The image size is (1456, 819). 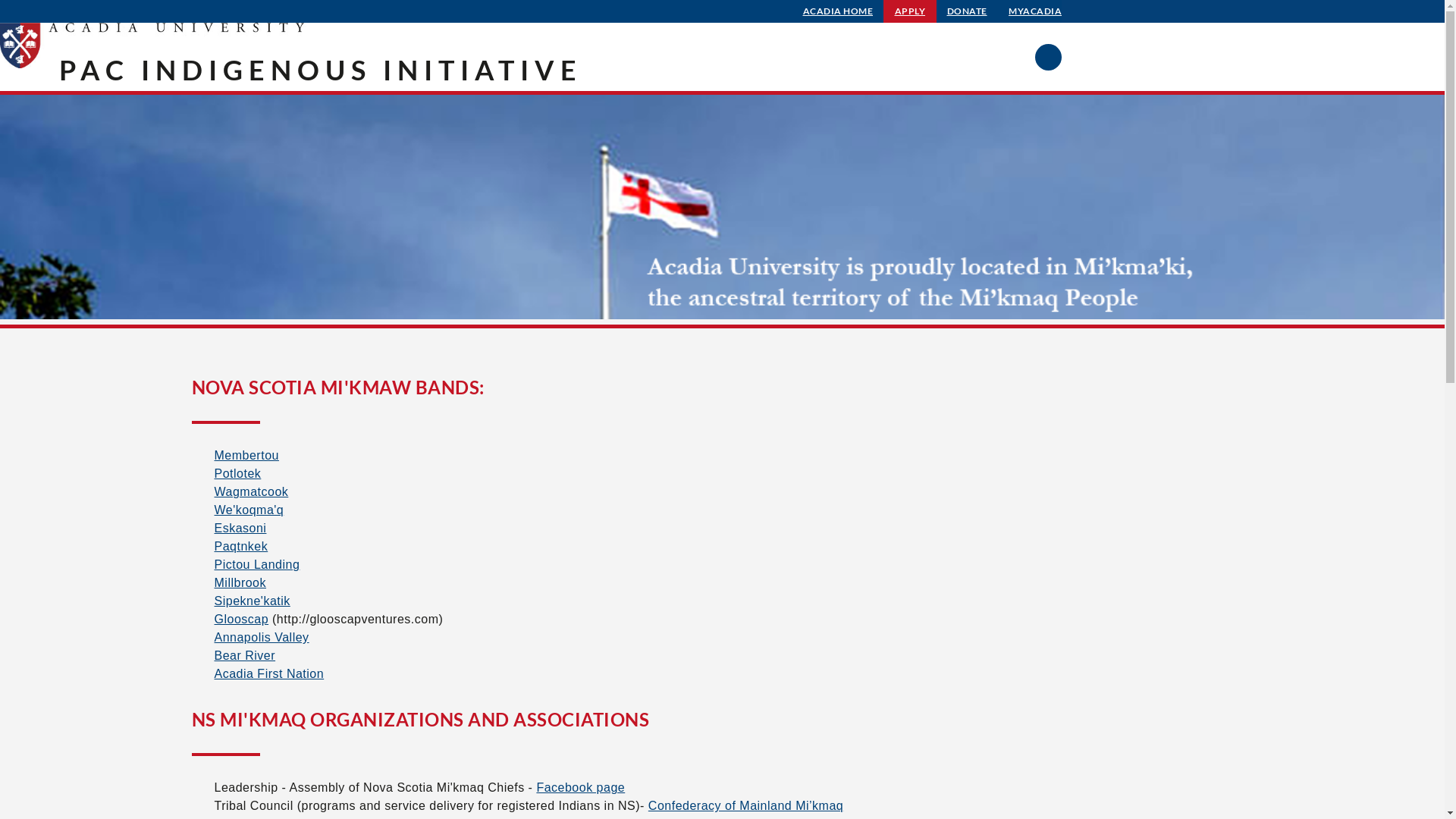 What do you see at coordinates (246, 454) in the screenshot?
I see `'Membertou'` at bounding box center [246, 454].